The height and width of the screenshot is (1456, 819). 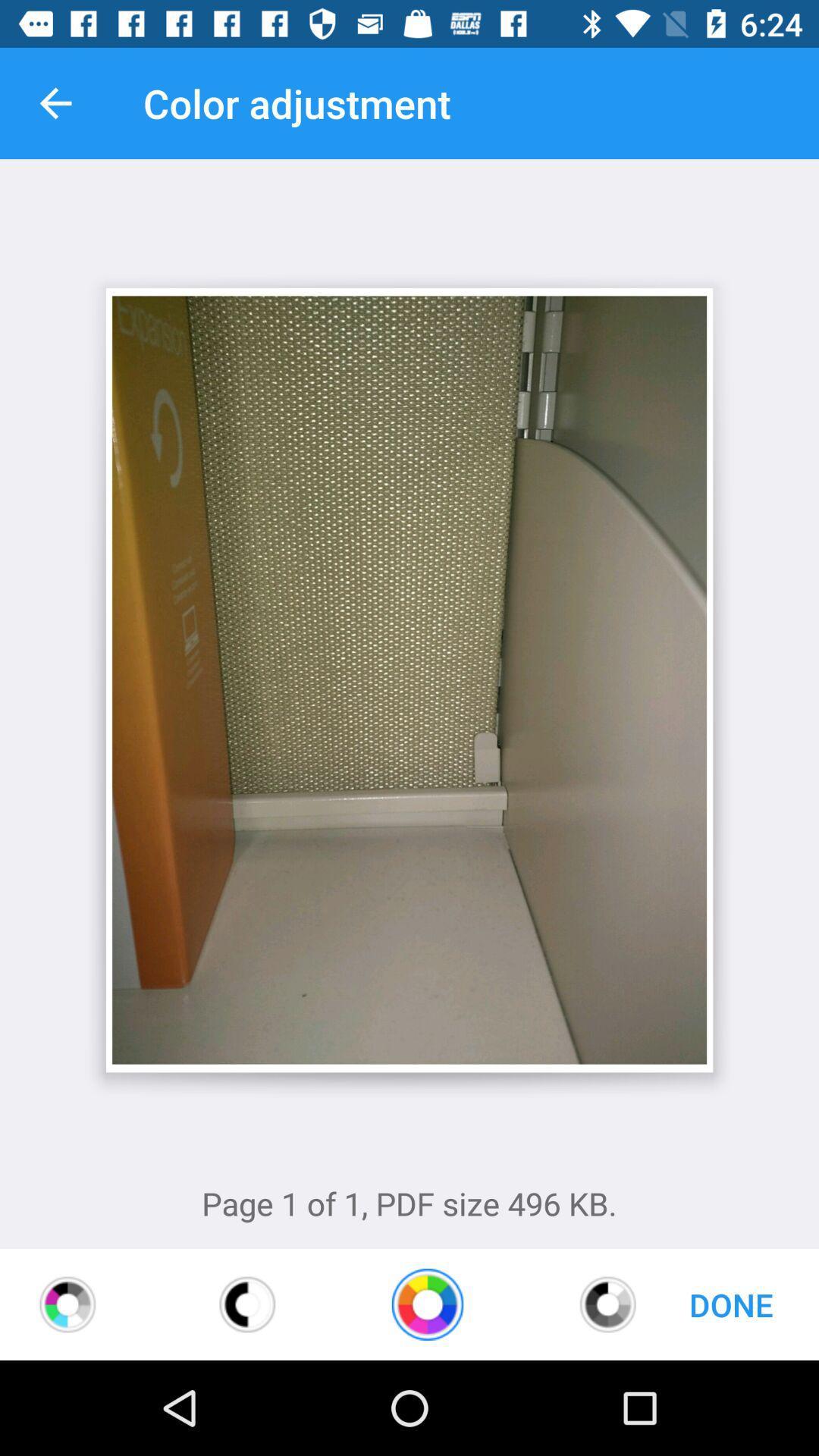 What do you see at coordinates (730, 1304) in the screenshot?
I see `the done item` at bounding box center [730, 1304].